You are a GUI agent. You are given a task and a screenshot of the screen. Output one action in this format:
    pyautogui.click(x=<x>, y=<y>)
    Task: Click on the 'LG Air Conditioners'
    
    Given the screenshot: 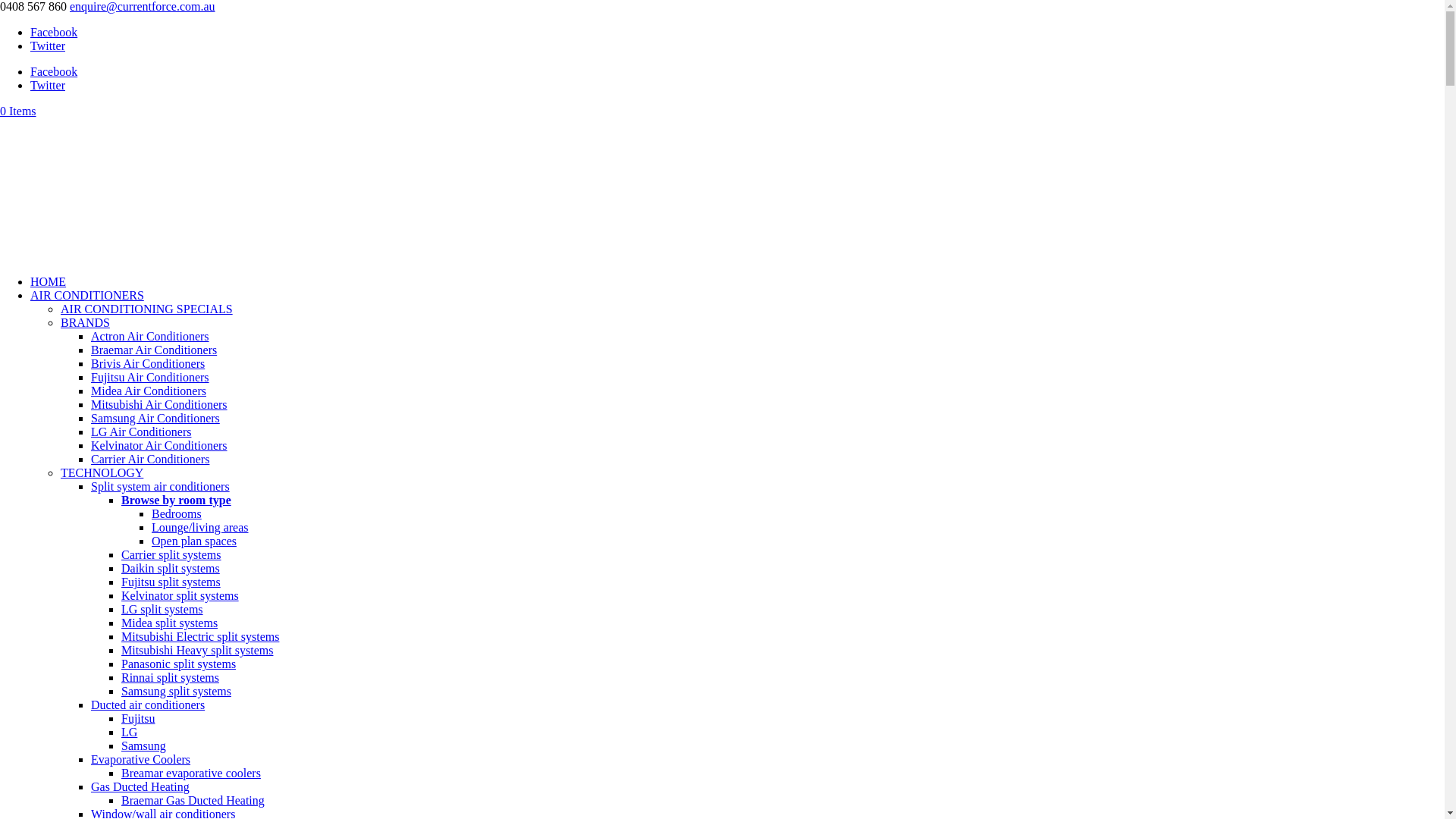 What is the action you would take?
    pyautogui.click(x=141, y=431)
    